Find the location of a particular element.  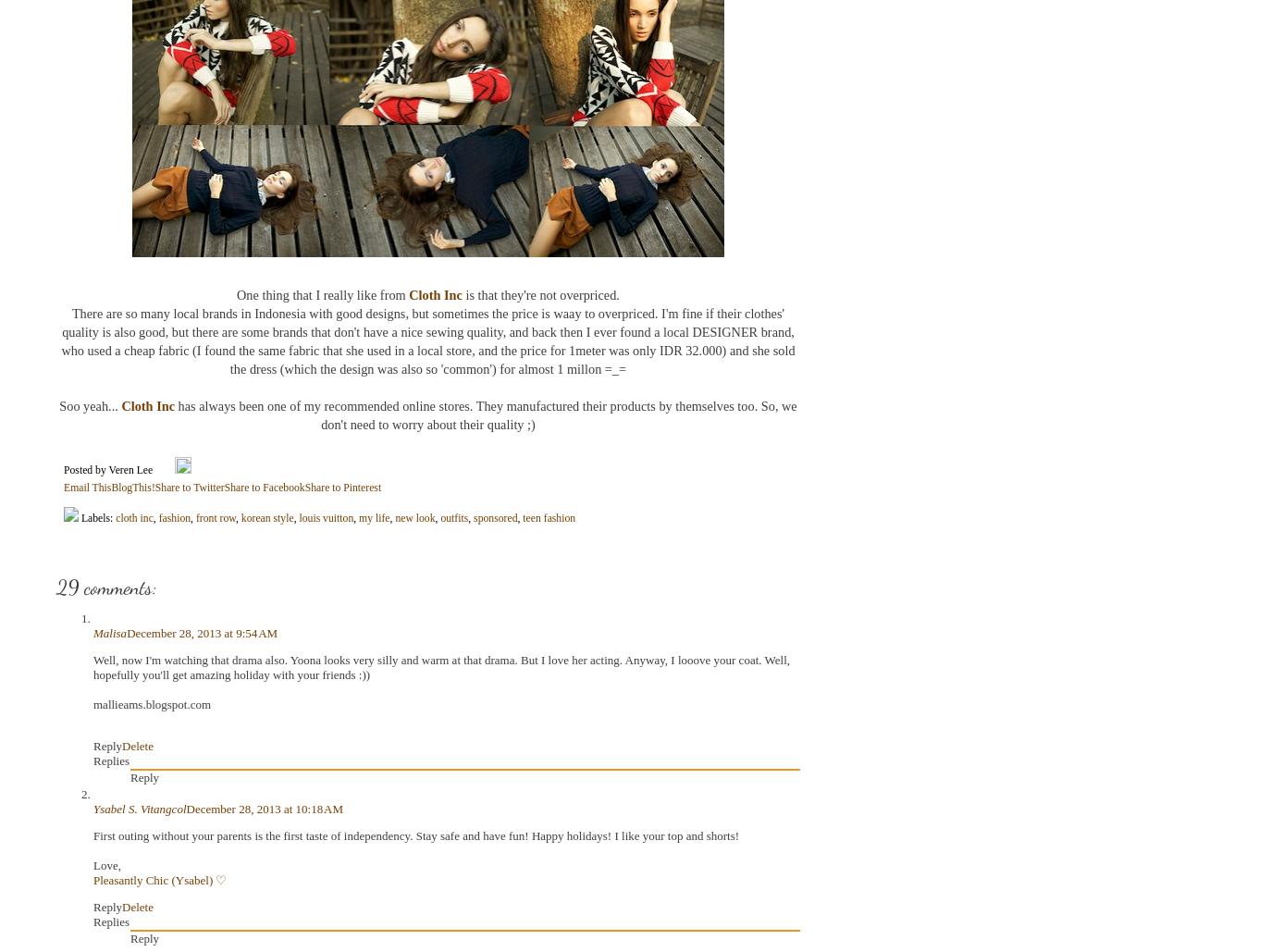

'Pleasantly Chic (Ysabel) ♡' is located at coordinates (158, 880).